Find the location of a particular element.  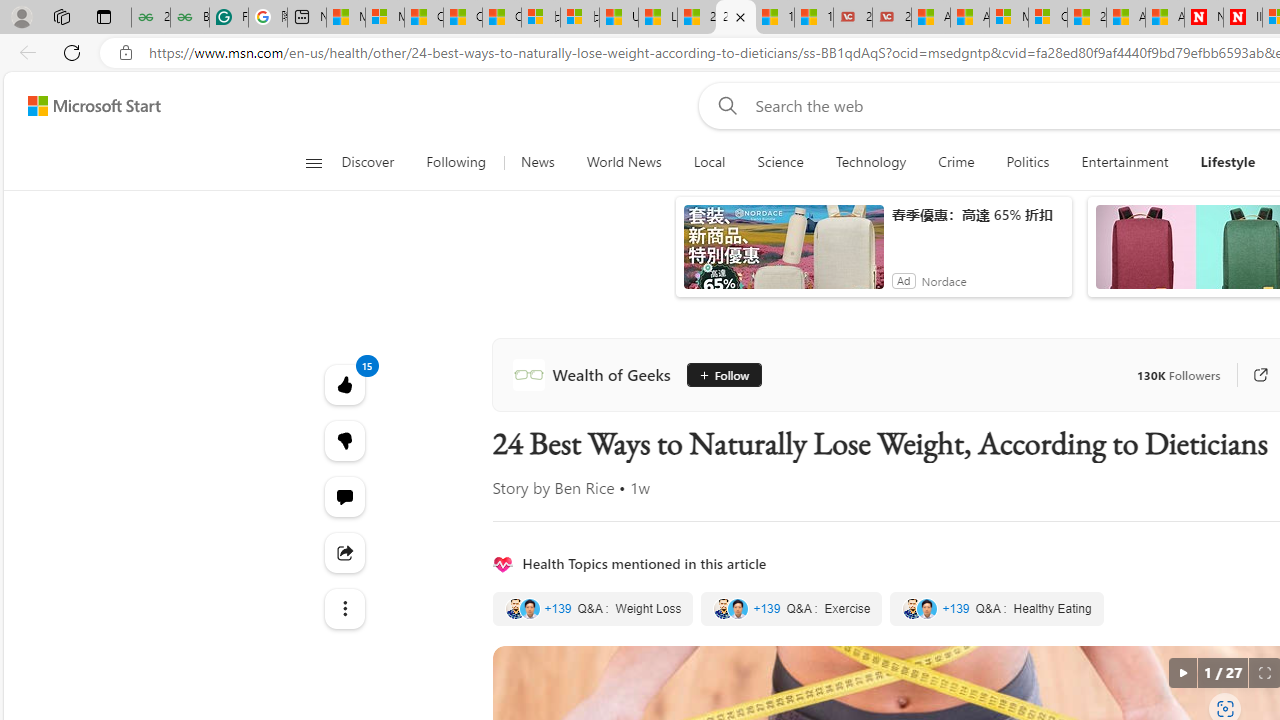

'20 Ways to Boost Your Protein Intake at Every Meal' is located at coordinates (1085, 17).